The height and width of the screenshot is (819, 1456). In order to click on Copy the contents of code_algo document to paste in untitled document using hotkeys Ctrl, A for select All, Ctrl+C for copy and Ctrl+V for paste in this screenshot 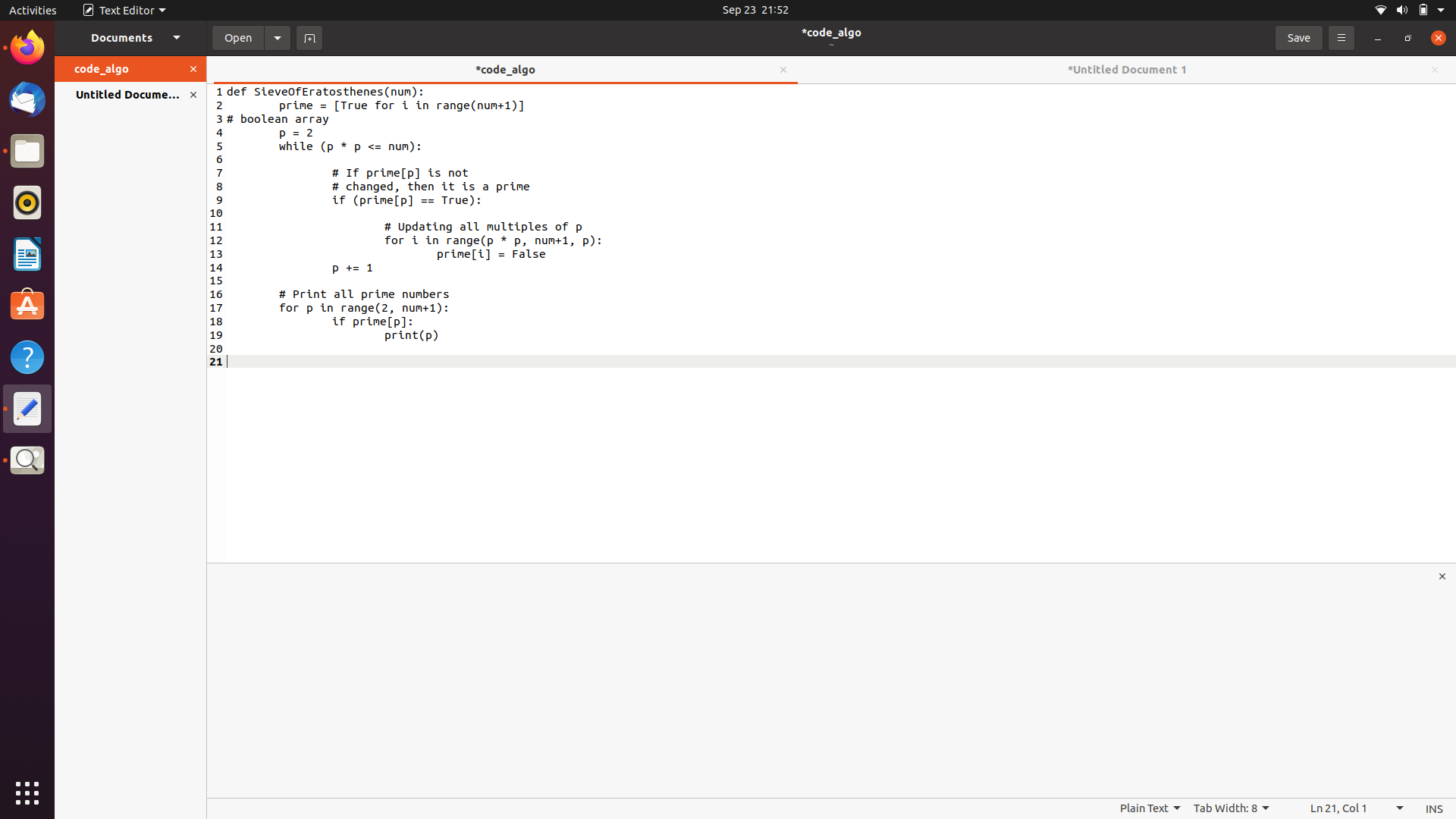, I will do `click(290, 119)`.